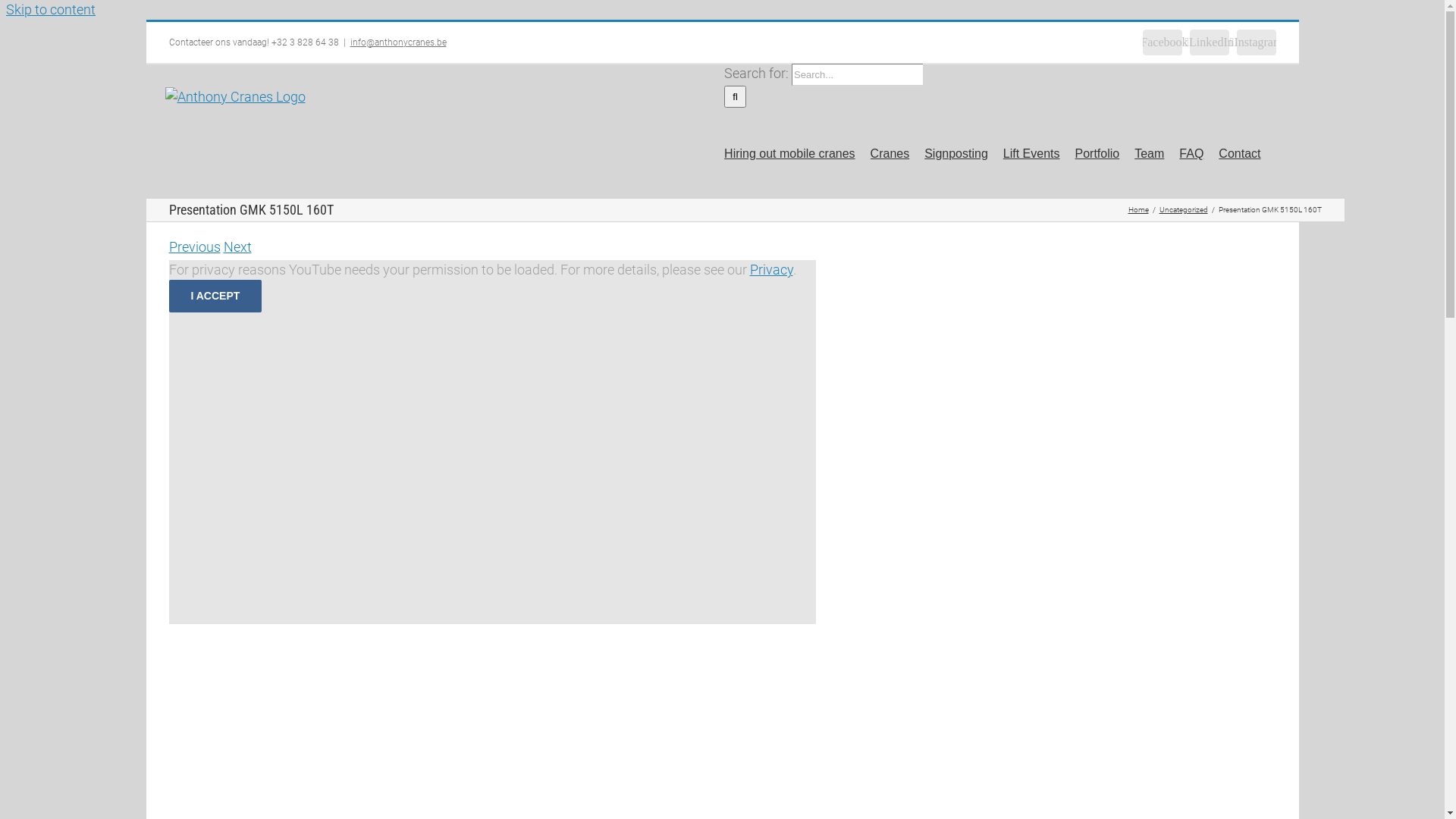  Describe the element at coordinates (1239, 152) in the screenshot. I see `'Contact'` at that location.